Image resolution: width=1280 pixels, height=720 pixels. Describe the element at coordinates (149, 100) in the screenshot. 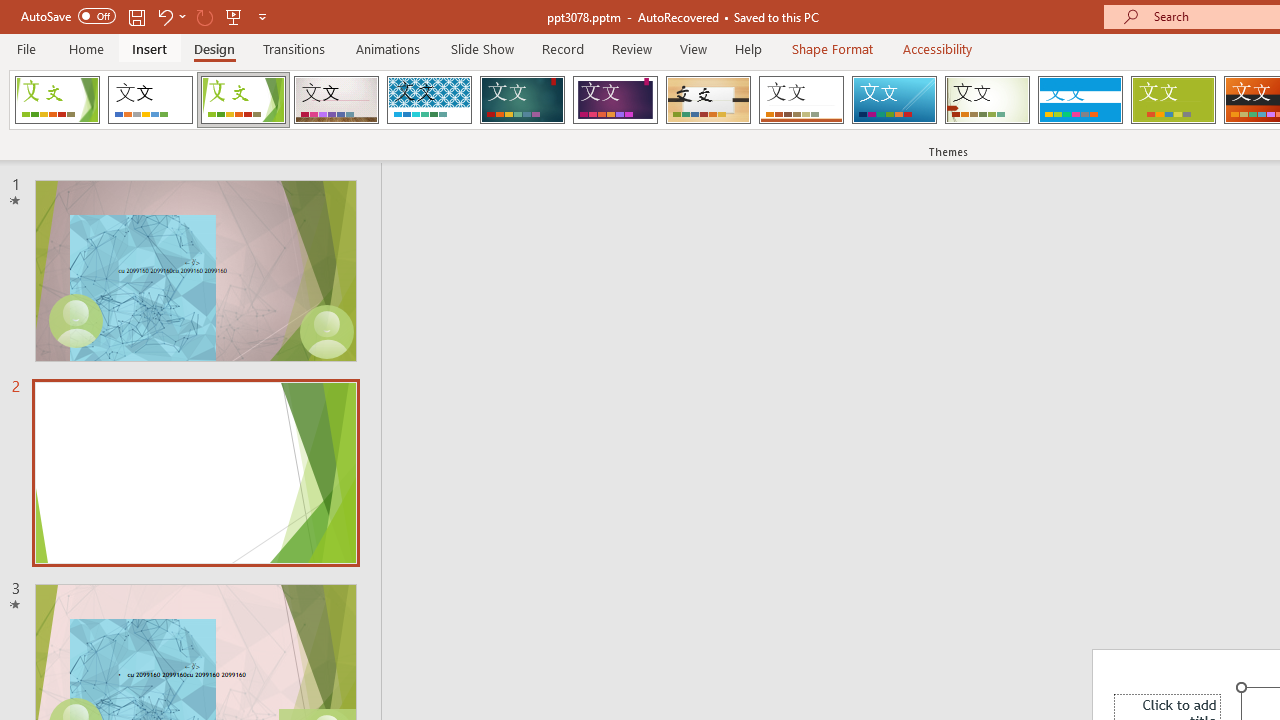

I see `'Office Theme'` at that location.